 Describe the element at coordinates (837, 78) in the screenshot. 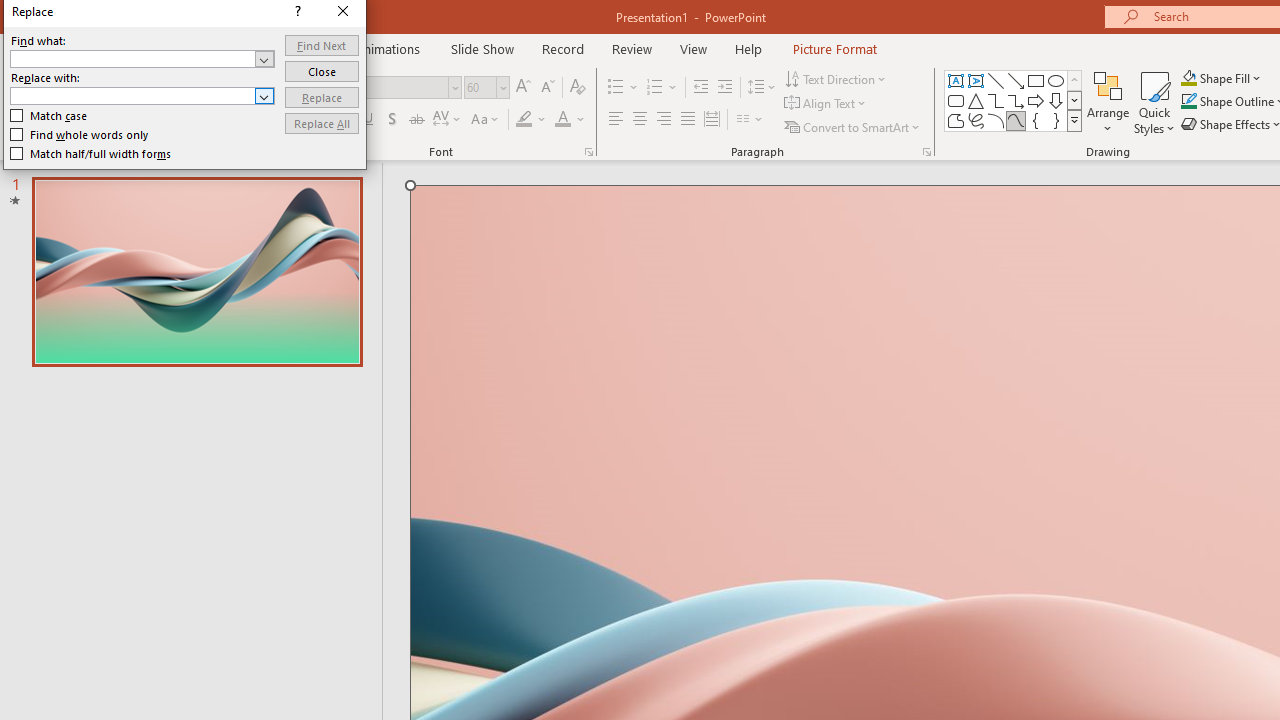

I see `'Text Direction'` at that location.